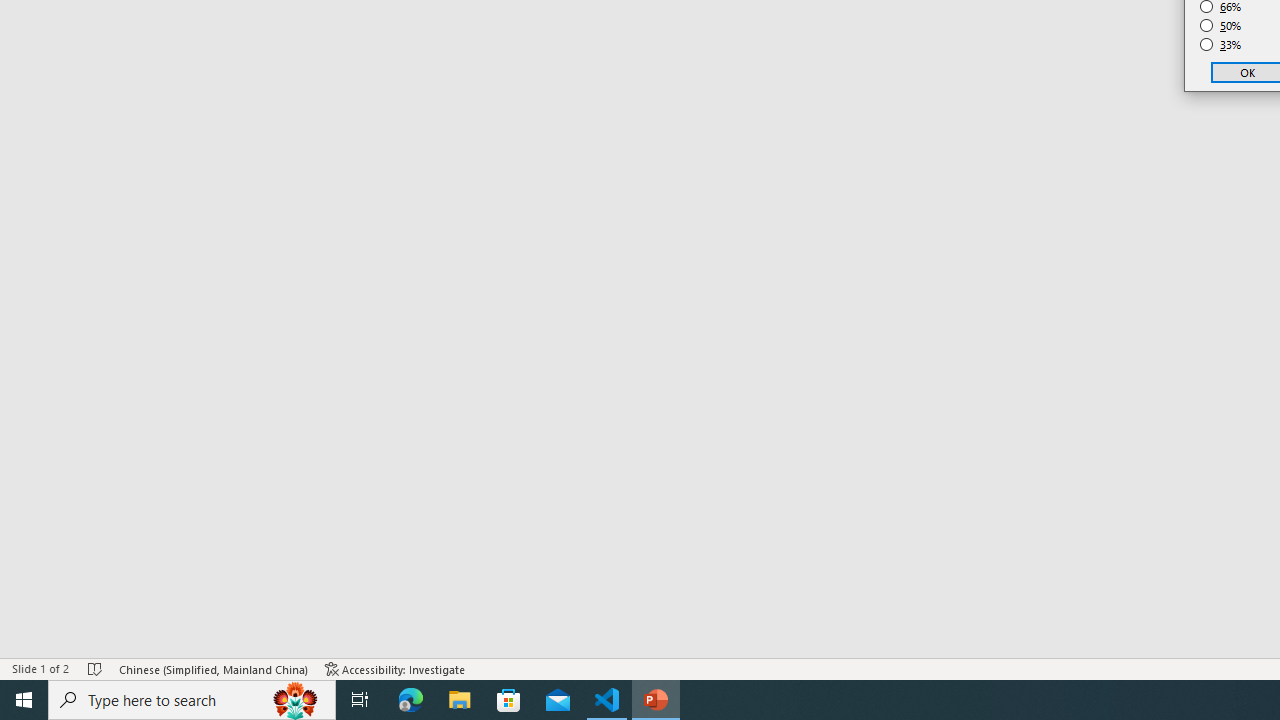 The width and height of the screenshot is (1280, 720). What do you see at coordinates (509, 698) in the screenshot?
I see `'Microsoft Store'` at bounding box center [509, 698].